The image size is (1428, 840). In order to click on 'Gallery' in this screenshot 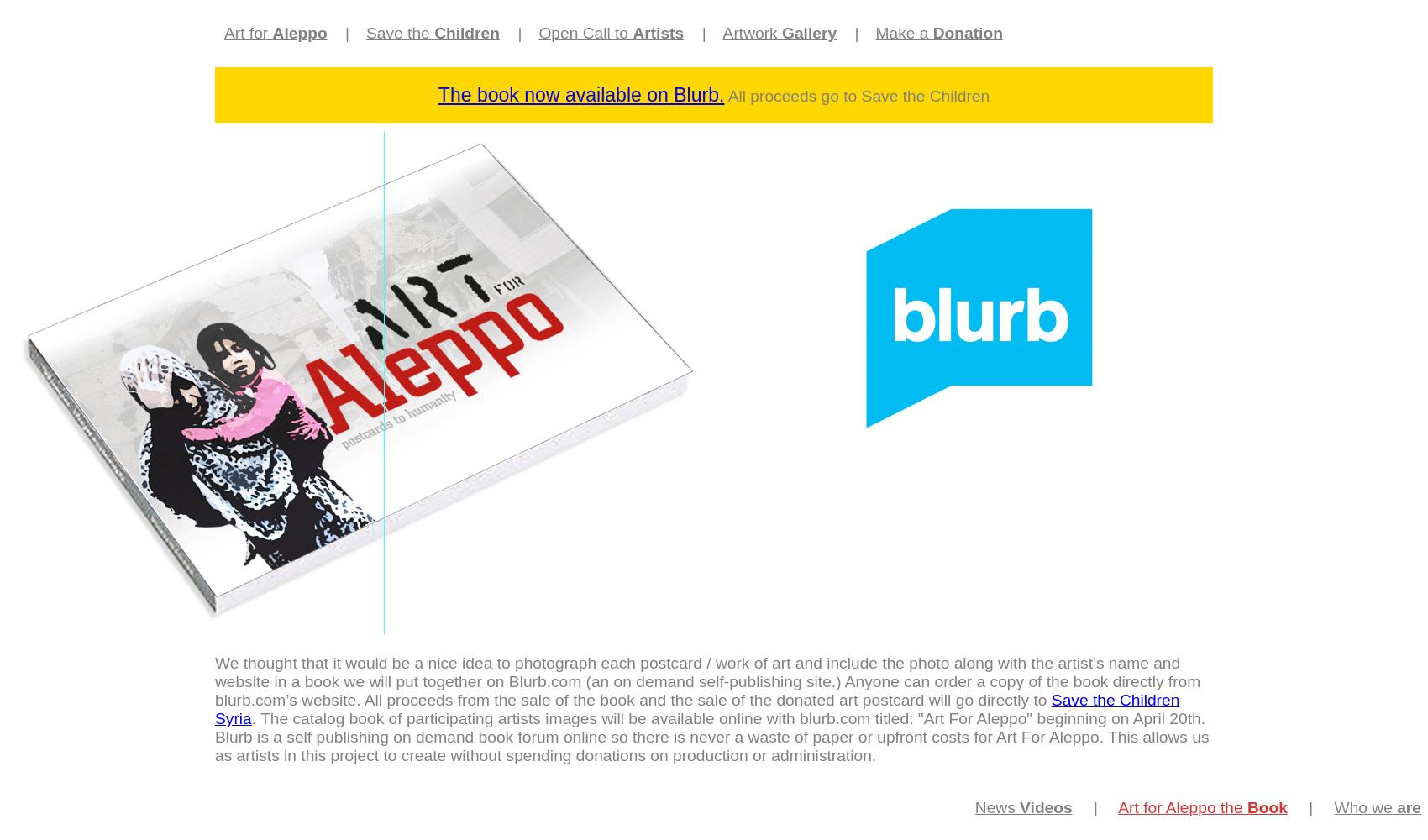, I will do `click(808, 33)`.